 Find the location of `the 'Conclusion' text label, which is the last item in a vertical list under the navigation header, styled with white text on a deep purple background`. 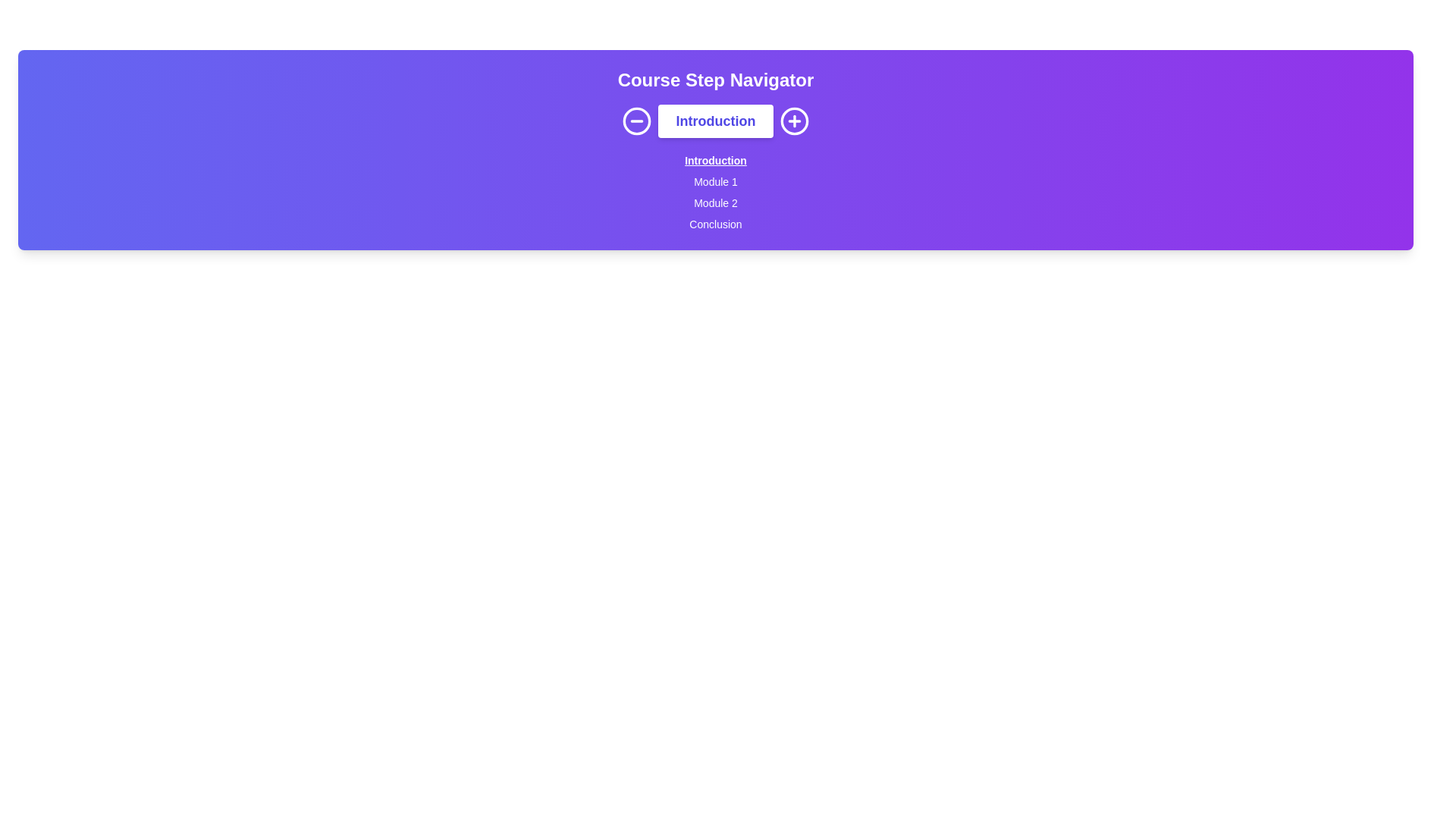

the 'Conclusion' text label, which is the last item in a vertical list under the navigation header, styled with white text on a deep purple background is located at coordinates (715, 221).